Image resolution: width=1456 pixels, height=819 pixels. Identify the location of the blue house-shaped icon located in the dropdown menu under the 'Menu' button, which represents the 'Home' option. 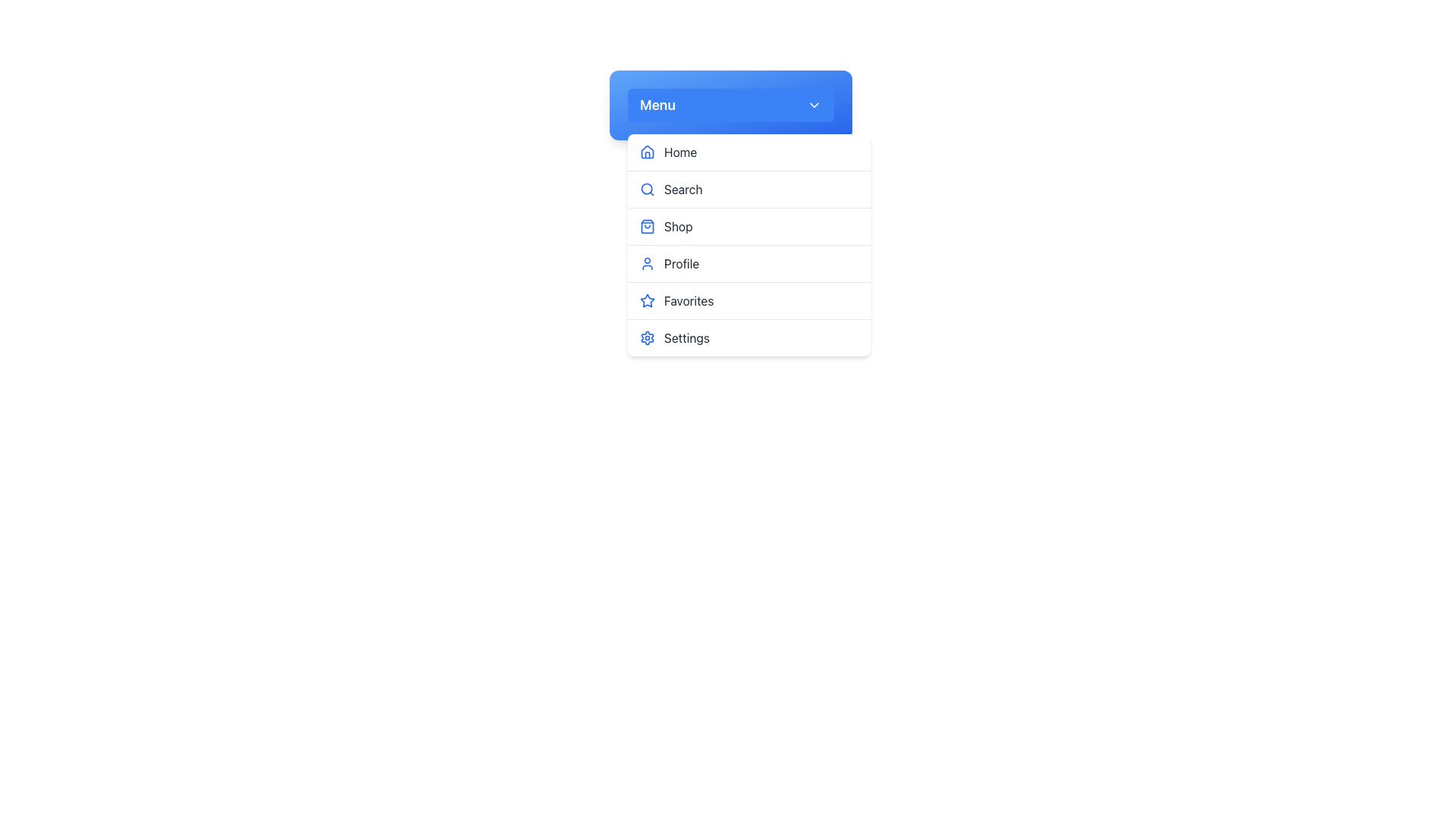
(648, 152).